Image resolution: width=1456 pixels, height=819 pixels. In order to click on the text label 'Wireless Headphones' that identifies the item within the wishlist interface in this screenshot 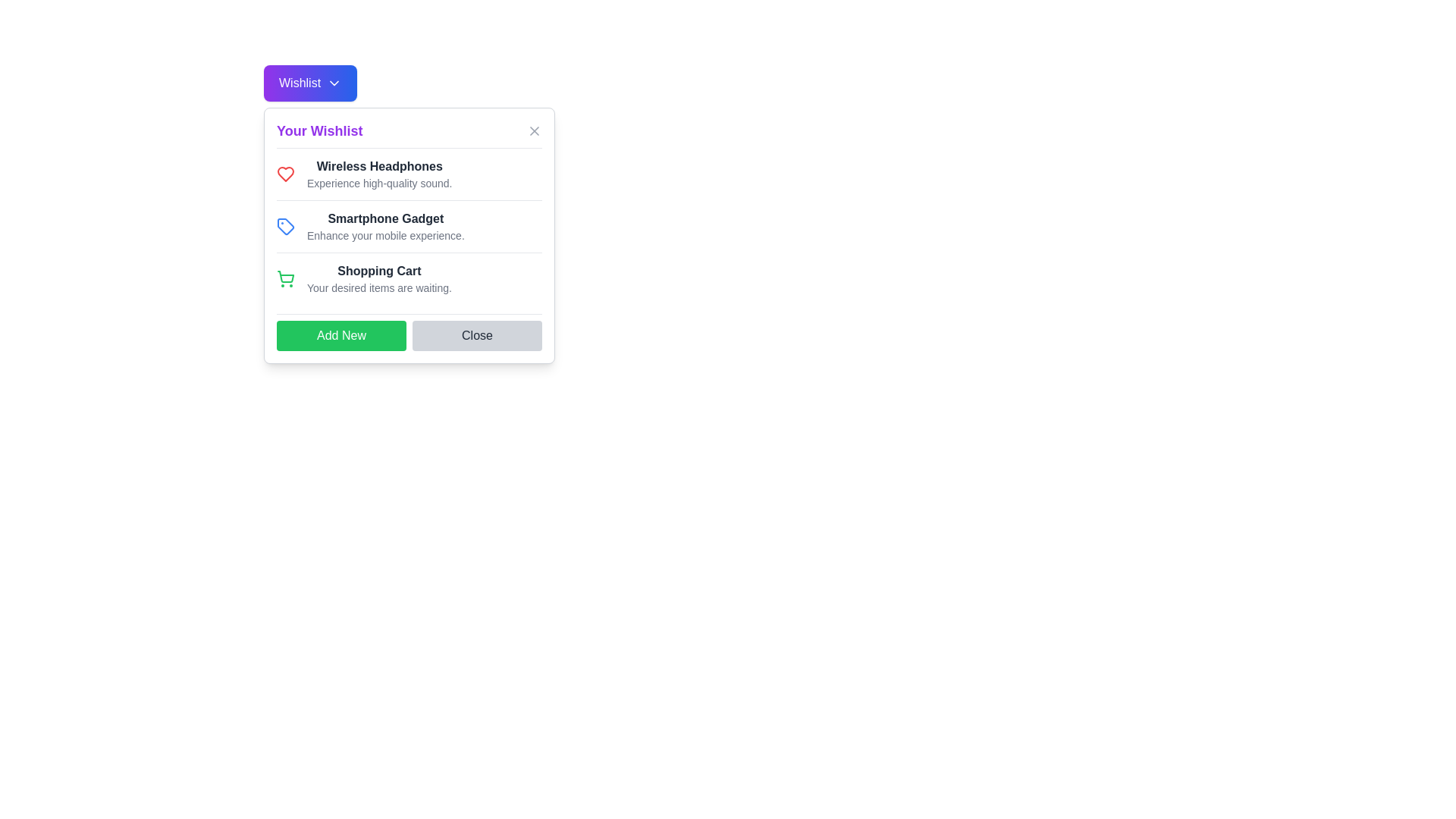, I will do `click(379, 166)`.